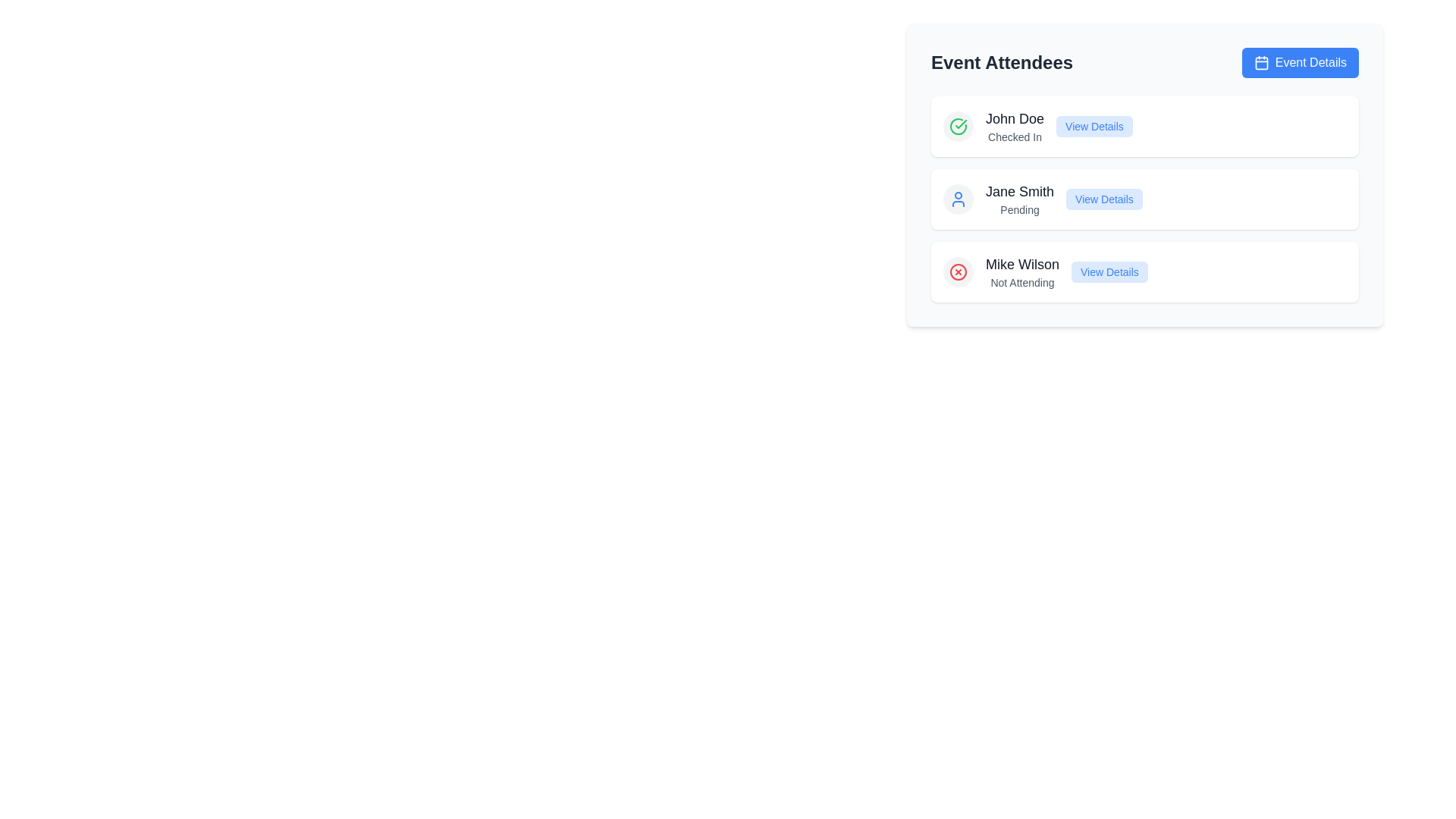 The height and width of the screenshot is (819, 1456). What do you see at coordinates (1261, 62) in the screenshot?
I see `the calendar icon located within the 'Event Details' button on the top-right corner of the 'Event Attendees' card` at bounding box center [1261, 62].